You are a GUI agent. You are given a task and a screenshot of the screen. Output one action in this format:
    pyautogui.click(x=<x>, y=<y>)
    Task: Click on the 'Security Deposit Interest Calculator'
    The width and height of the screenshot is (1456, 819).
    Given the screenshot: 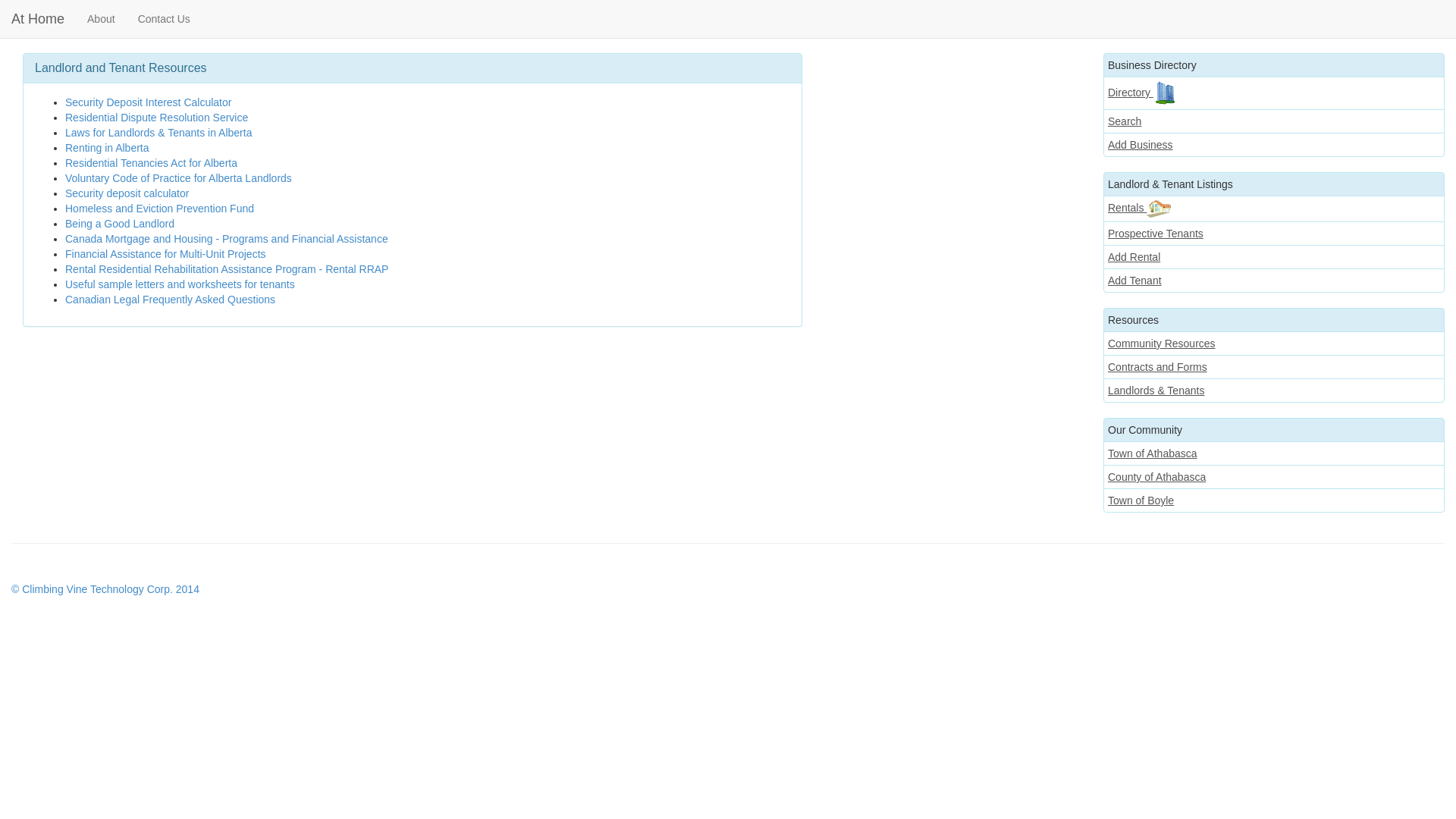 What is the action you would take?
    pyautogui.click(x=148, y=102)
    